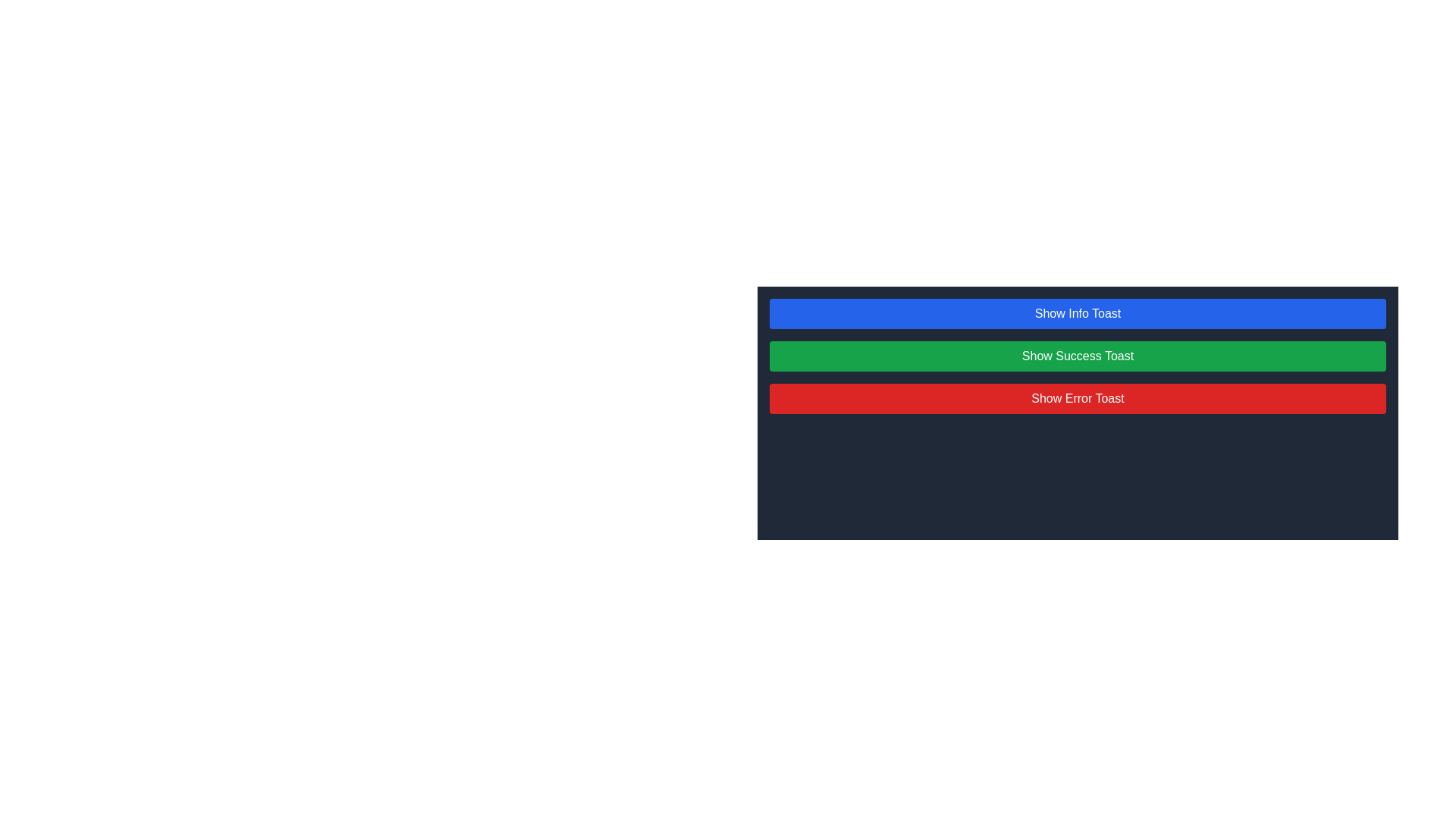 The width and height of the screenshot is (1456, 819). I want to click on the third button in a vertical sequence that triggers an error toast notification when clicked, so click(1077, 397).